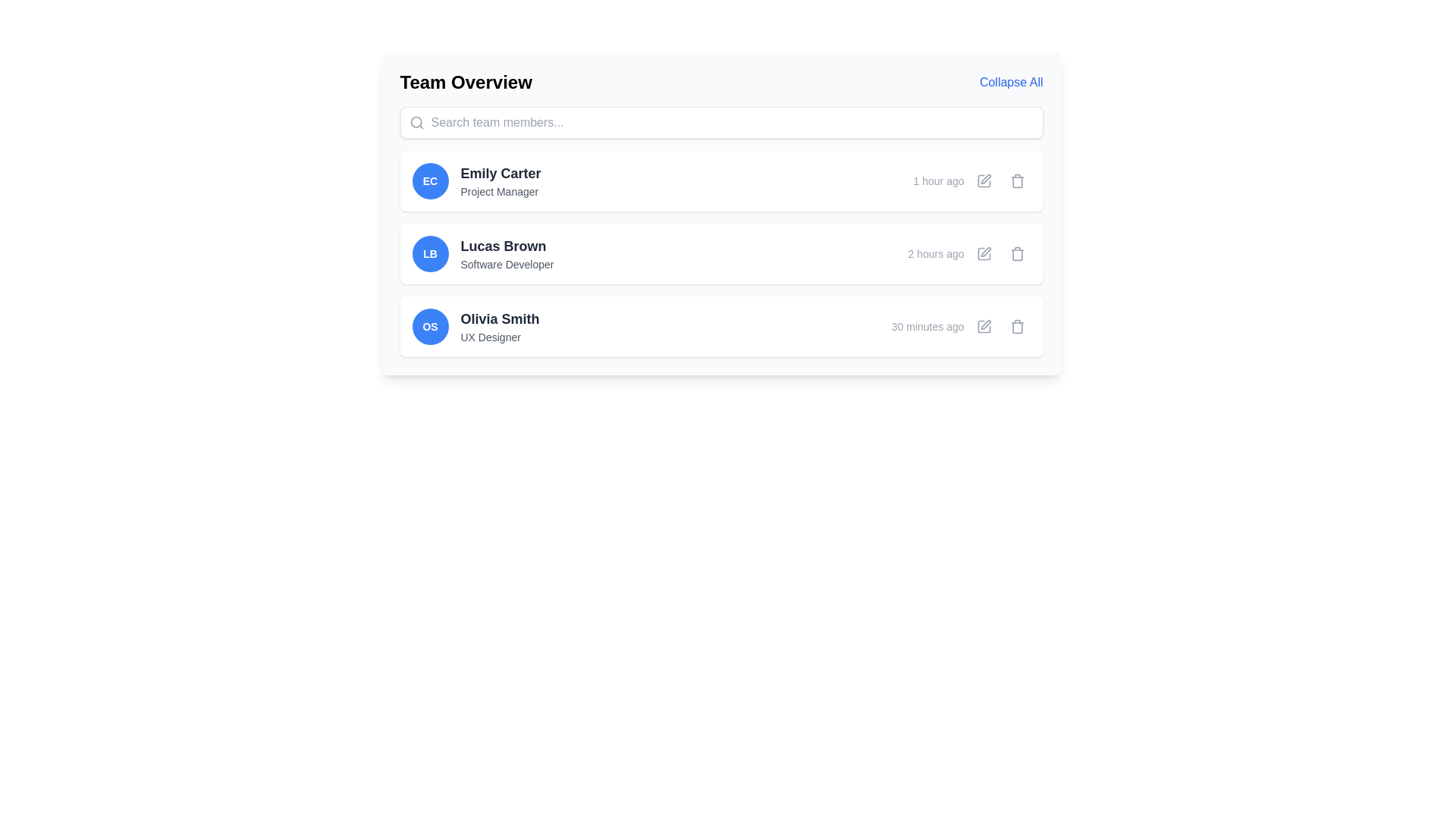 Image resolution: width=1456 pixels, height=819 pixels. Describe the element at coordinates (500, 172) in the screenshot. I see `the text label displaying the name of the individual in the first team member card of the 'Team Overview' section, which is located above the designation 'Project Manager.'` at that location.